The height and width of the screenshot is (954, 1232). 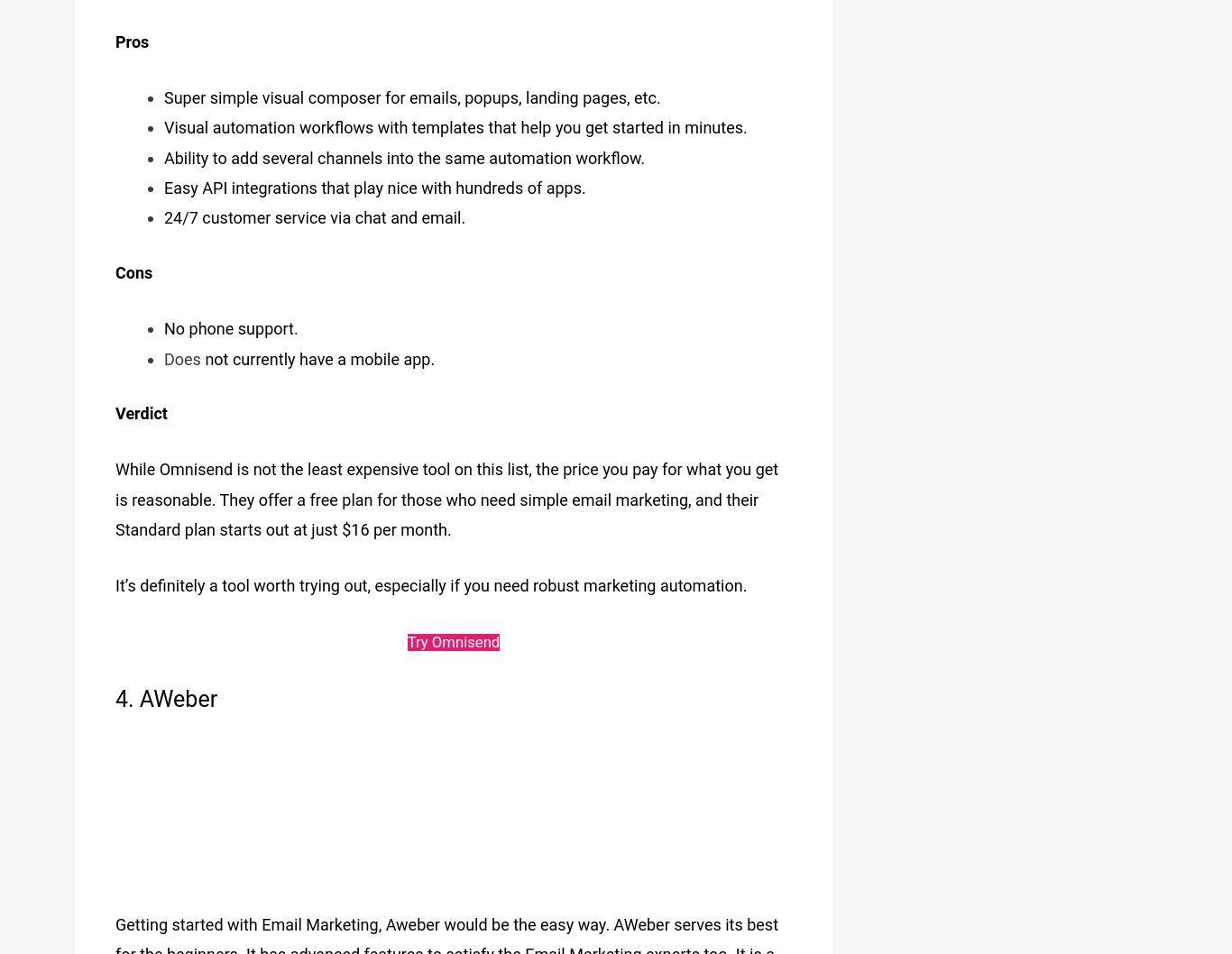 I want to click on 'not currently have a mobile app.', so click(x=317, y=352).